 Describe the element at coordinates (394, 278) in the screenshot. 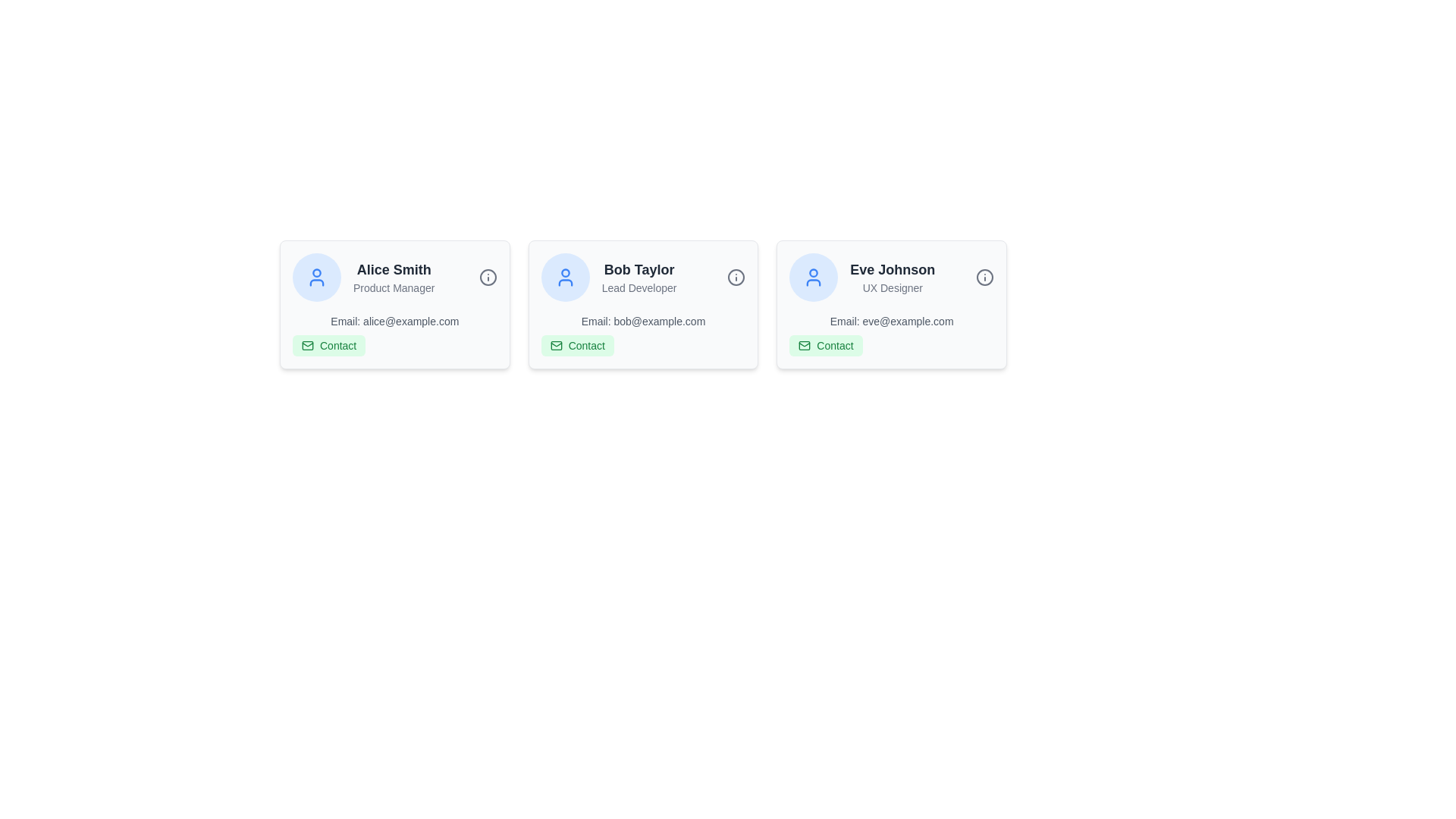

I see `the profile header displaying the name 'Alice Smith' and her job title, which is located at the top of the first profile card in a horizontally aligned group of profile cards` at that location.